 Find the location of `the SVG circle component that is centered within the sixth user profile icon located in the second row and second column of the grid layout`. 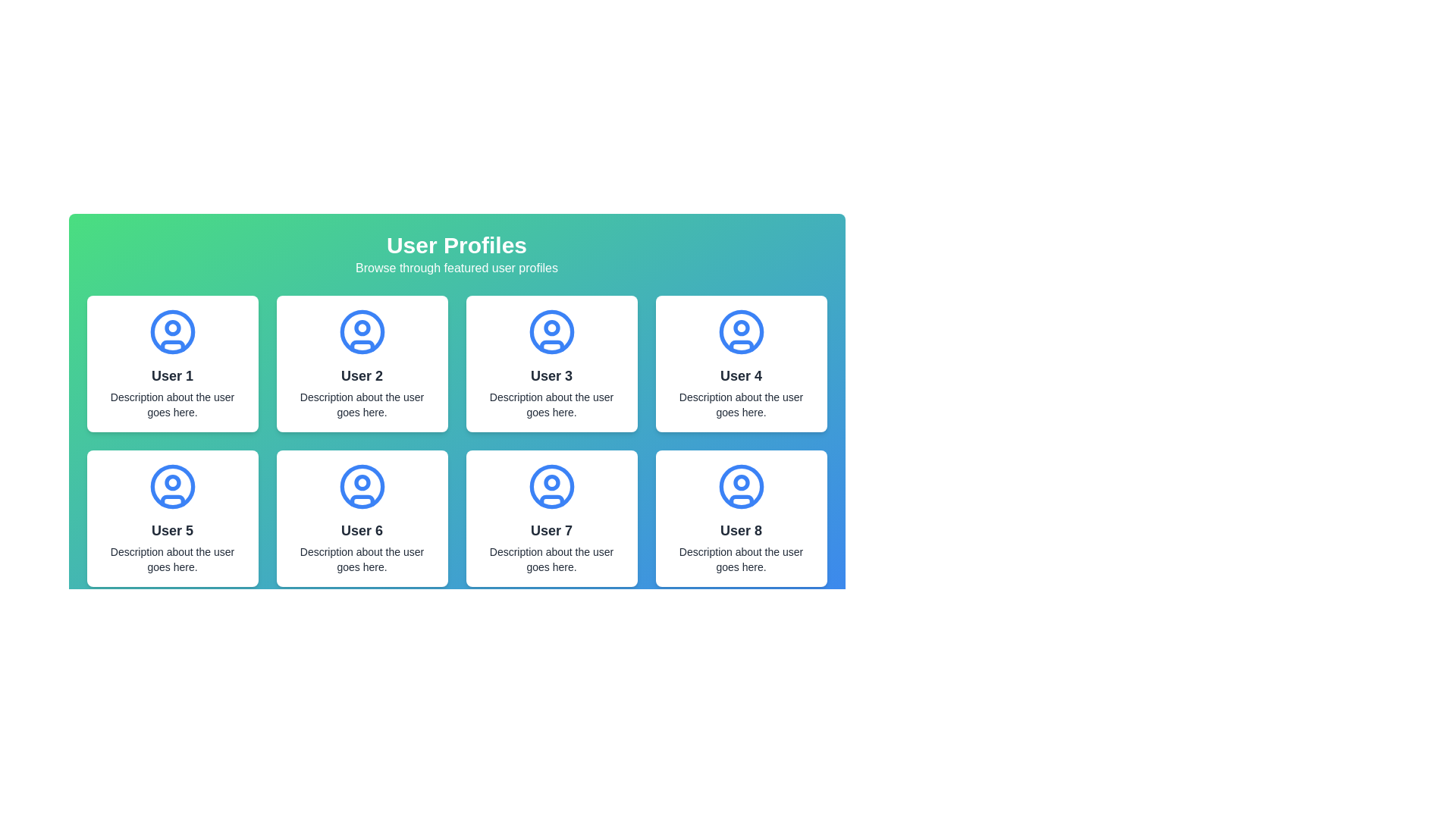

the SVG circle component that is centered within the sixth user profile icon located in the second row and second column of the grid layout is located at coordinates (361, 486).